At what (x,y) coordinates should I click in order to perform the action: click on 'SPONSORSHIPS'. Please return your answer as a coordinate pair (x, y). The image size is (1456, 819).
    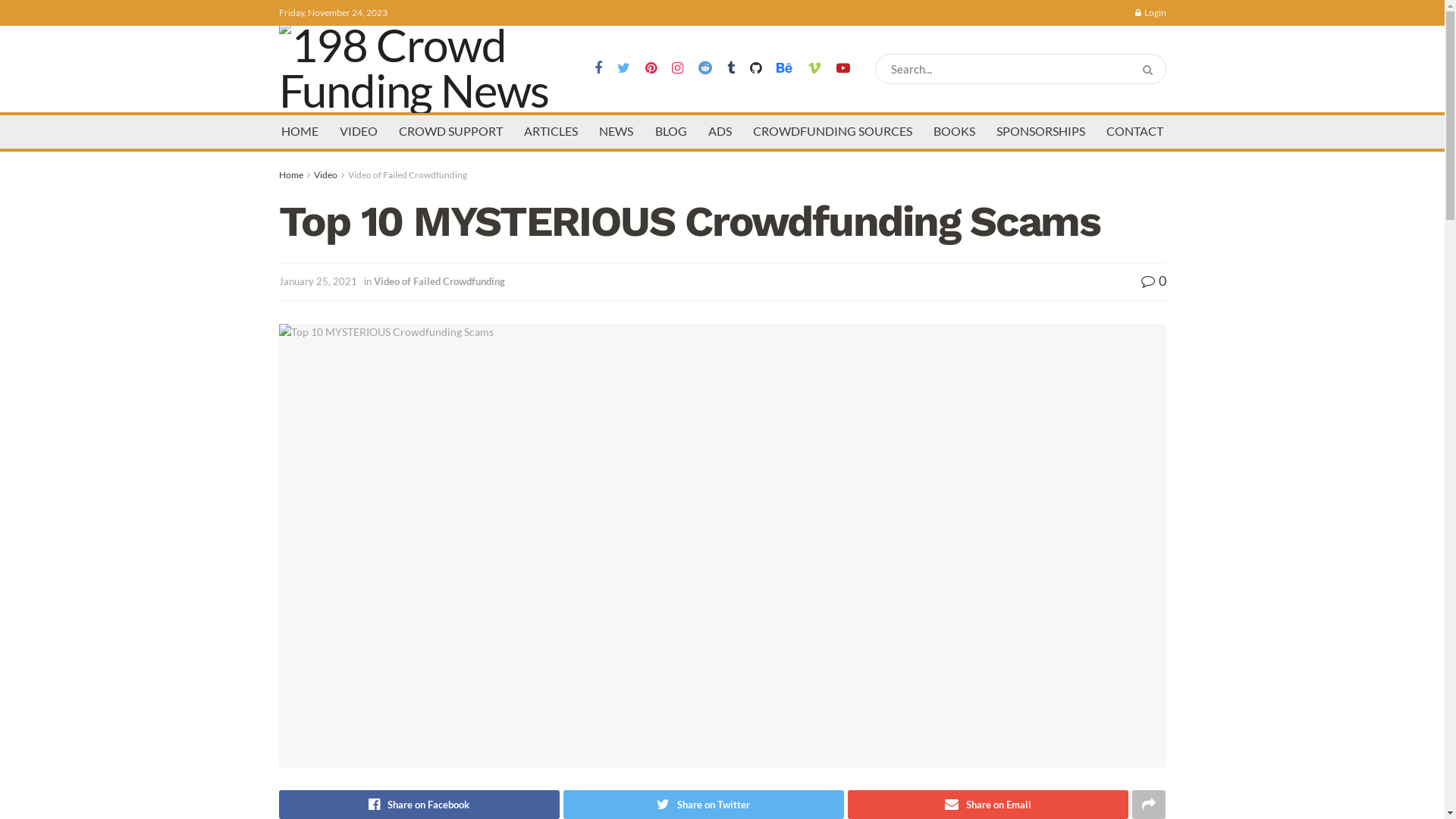
    Looking at the image, I should click on (1040, 130).